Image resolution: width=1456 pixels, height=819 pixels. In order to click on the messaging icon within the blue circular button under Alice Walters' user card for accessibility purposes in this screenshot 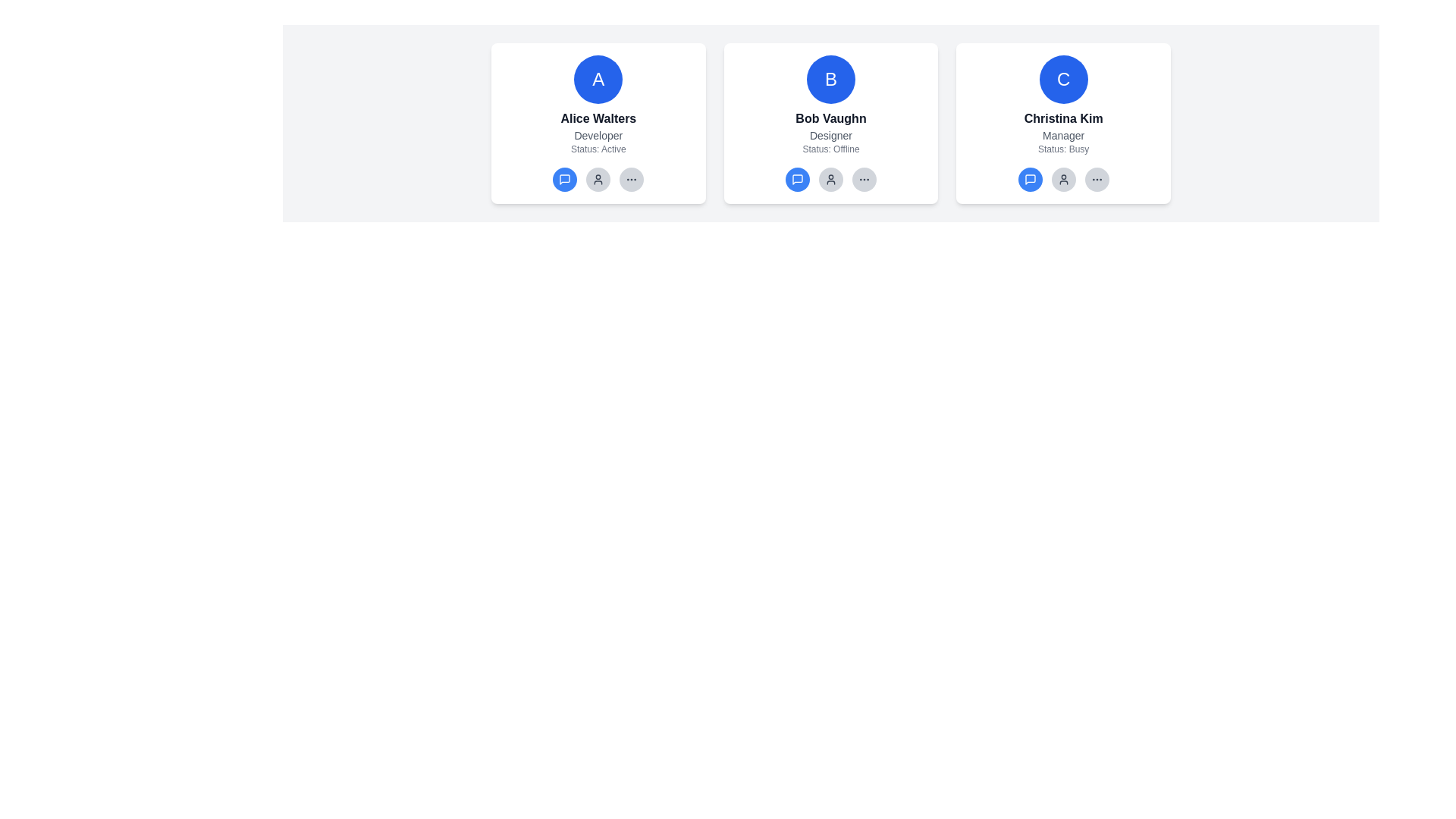, I will do `click(564, 178)`.